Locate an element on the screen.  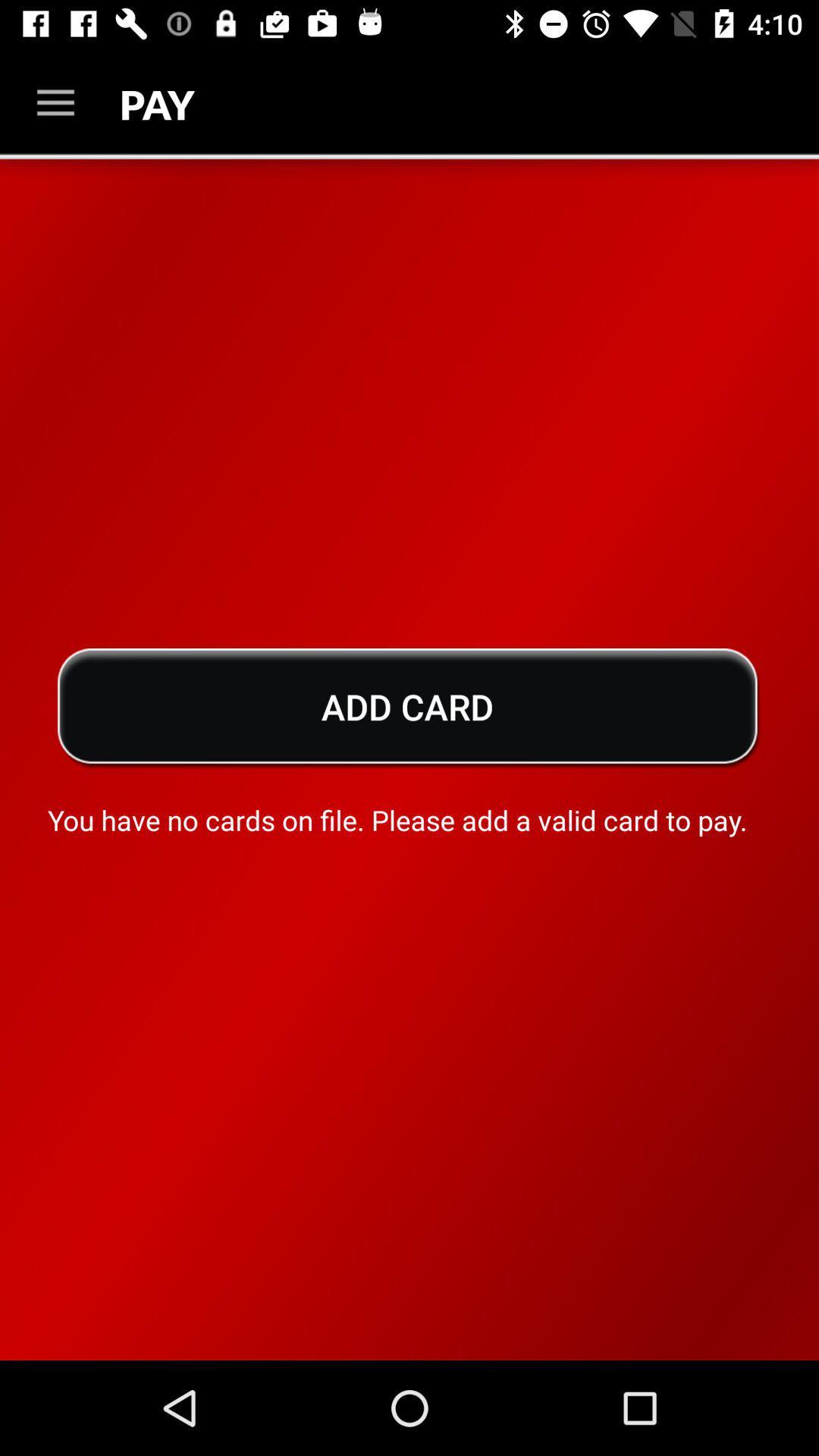
app next to pay is located at coordinates (55, 102).